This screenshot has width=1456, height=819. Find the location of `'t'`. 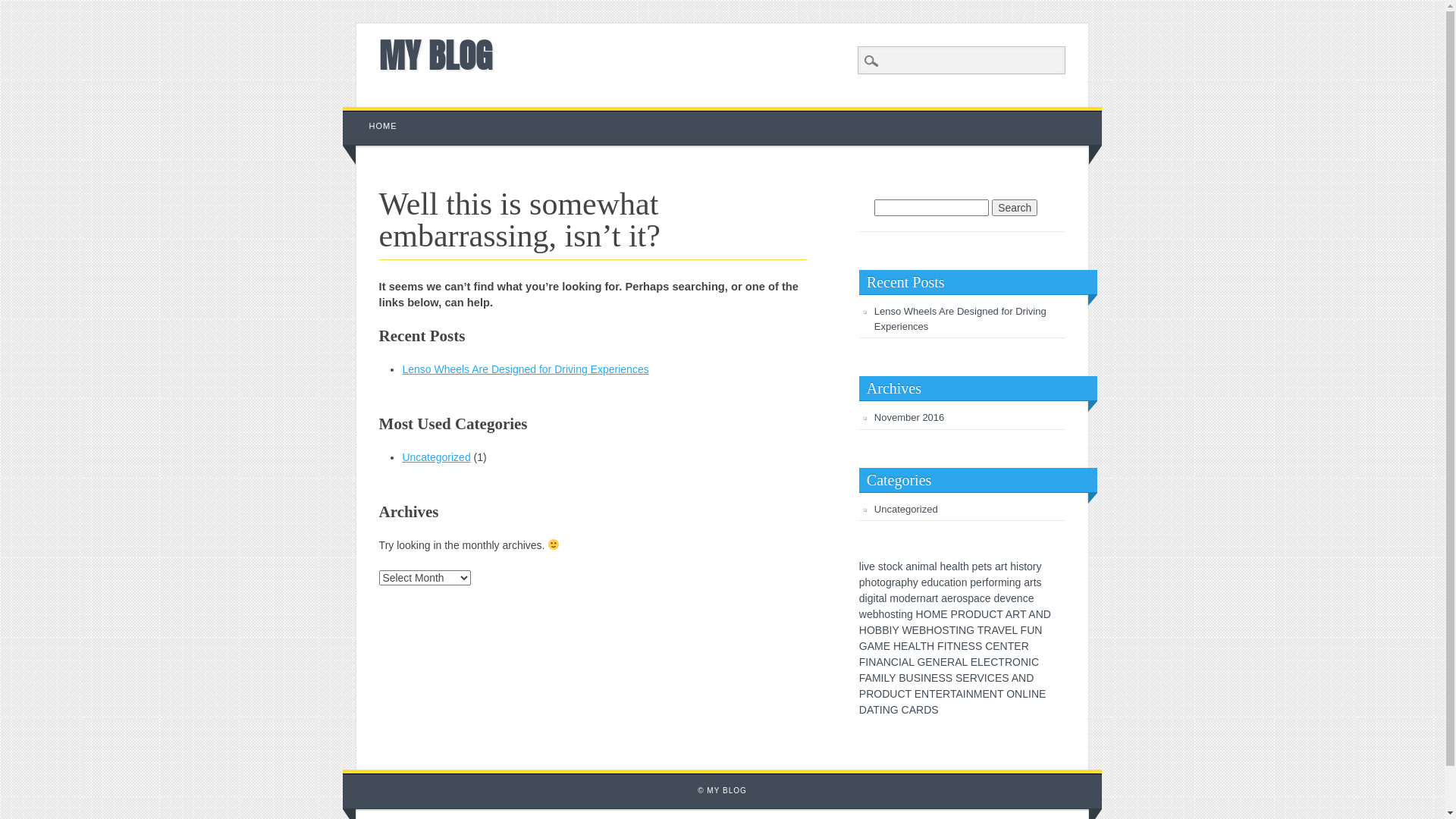

't' is located at coordinates (935, 598).